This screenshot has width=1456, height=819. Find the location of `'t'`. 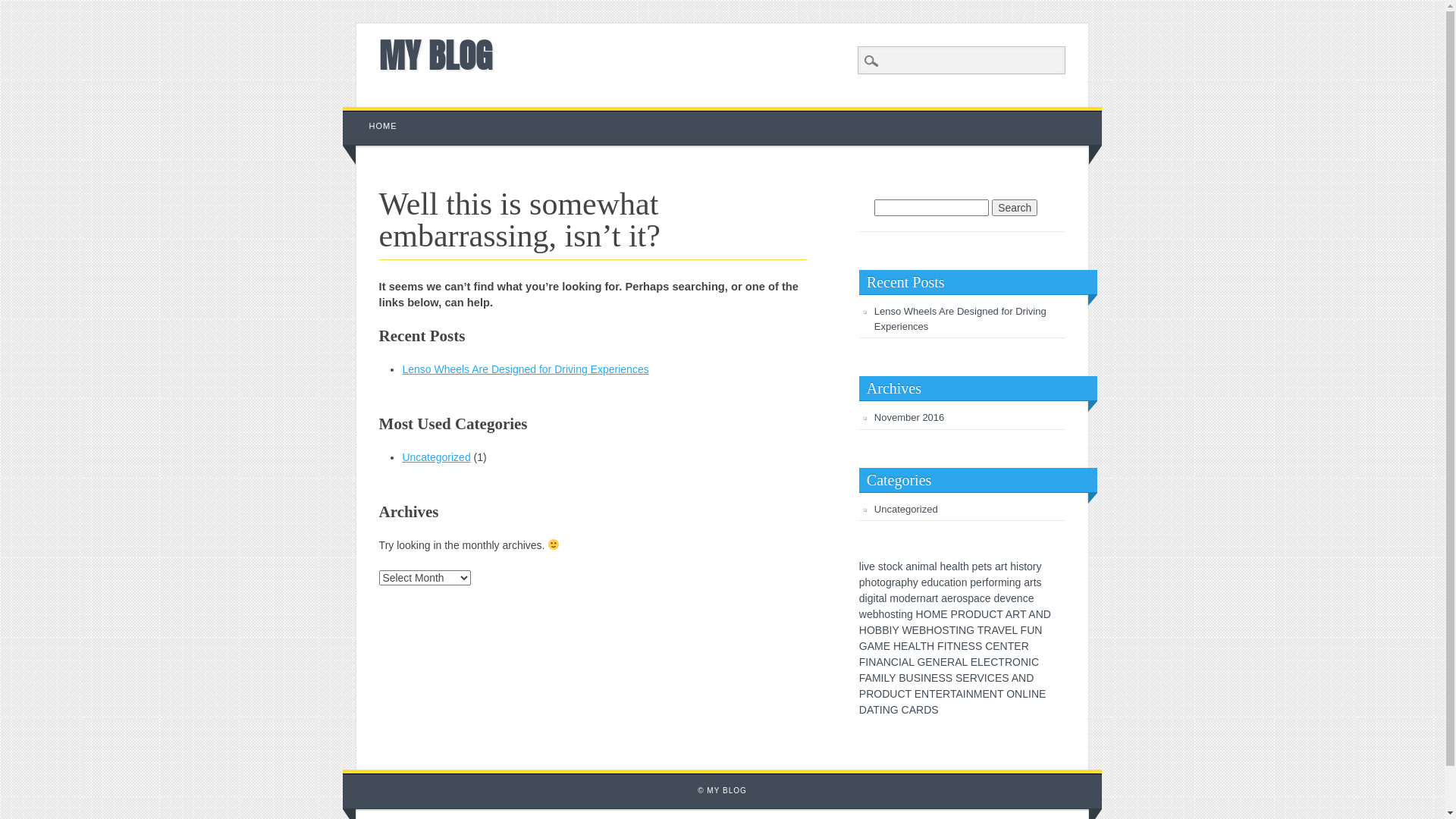

't' is located at coordinates (935, 598).